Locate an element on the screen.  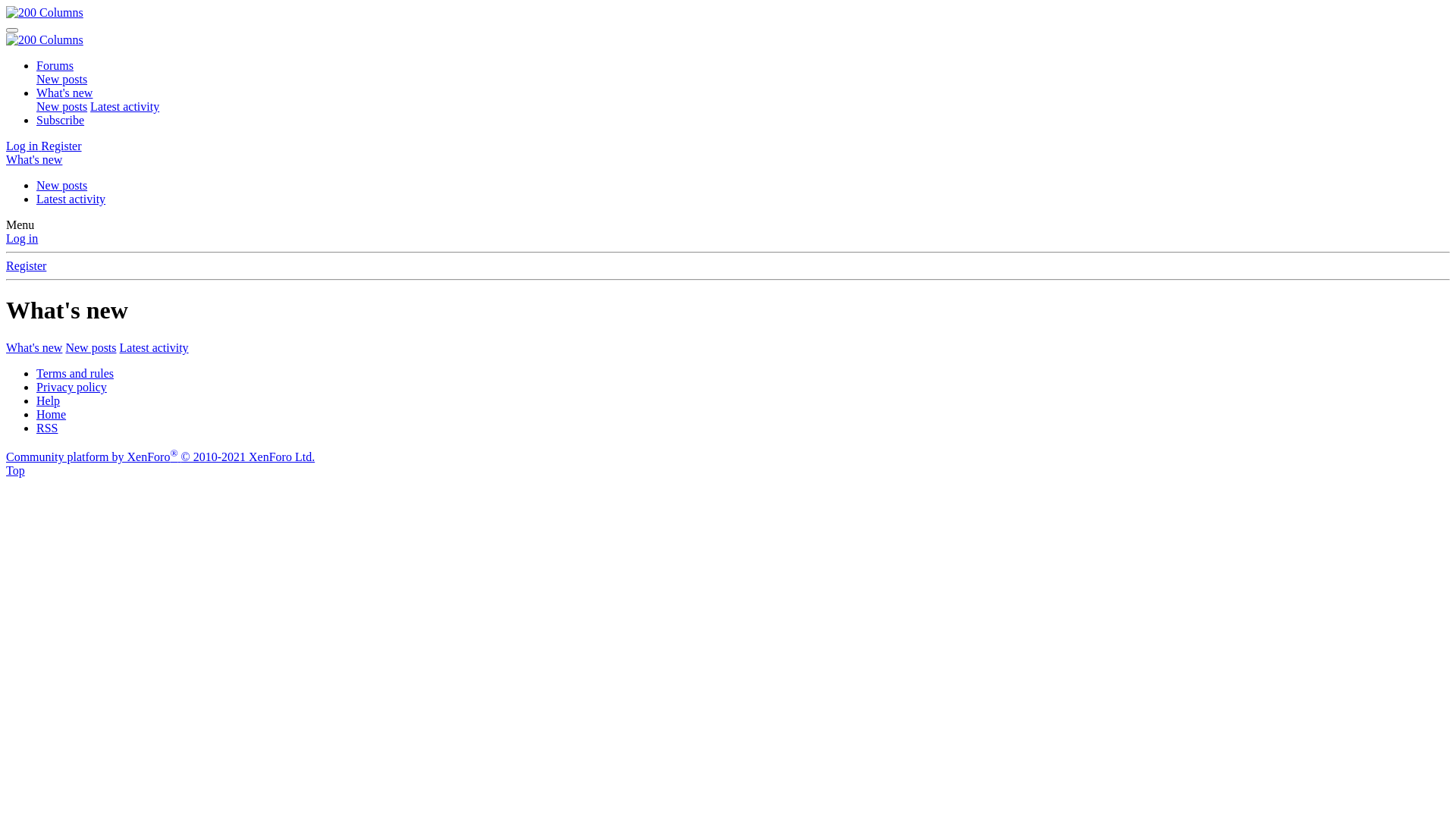
'Subscribe' is located at coordinates (60, 119).